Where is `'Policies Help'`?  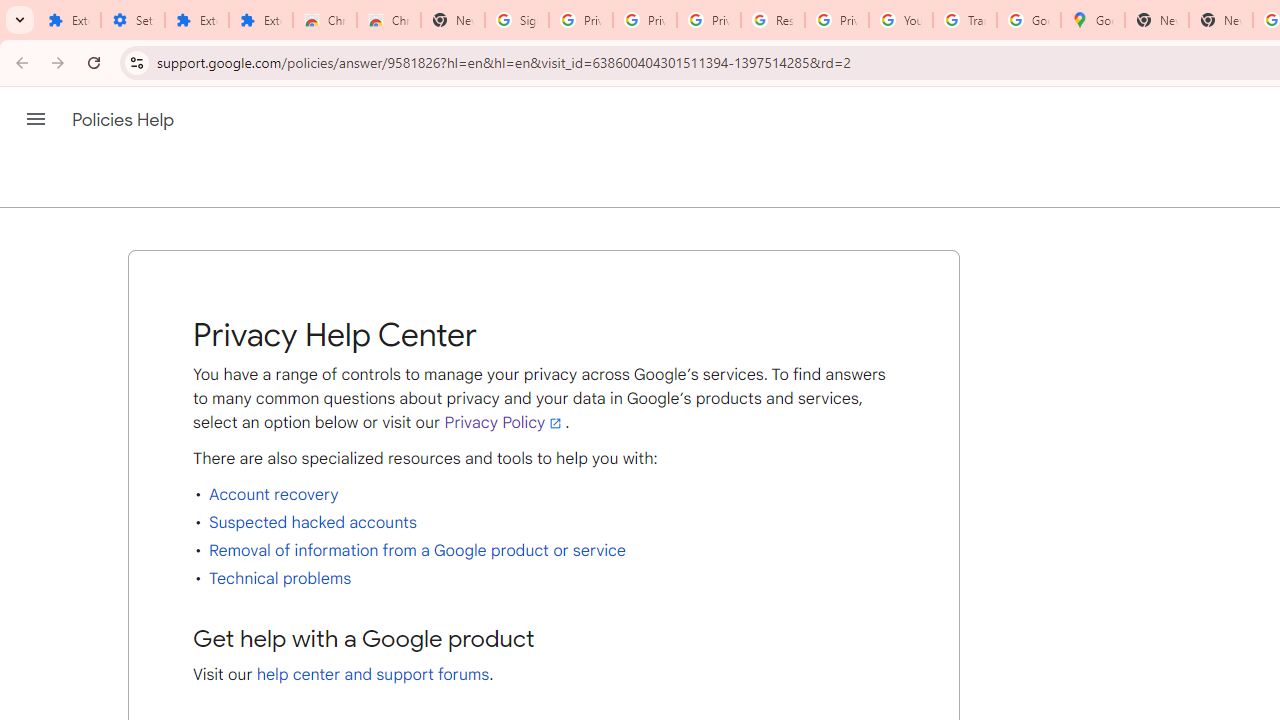 'Policies Help' is located at coordinates (123, 119).